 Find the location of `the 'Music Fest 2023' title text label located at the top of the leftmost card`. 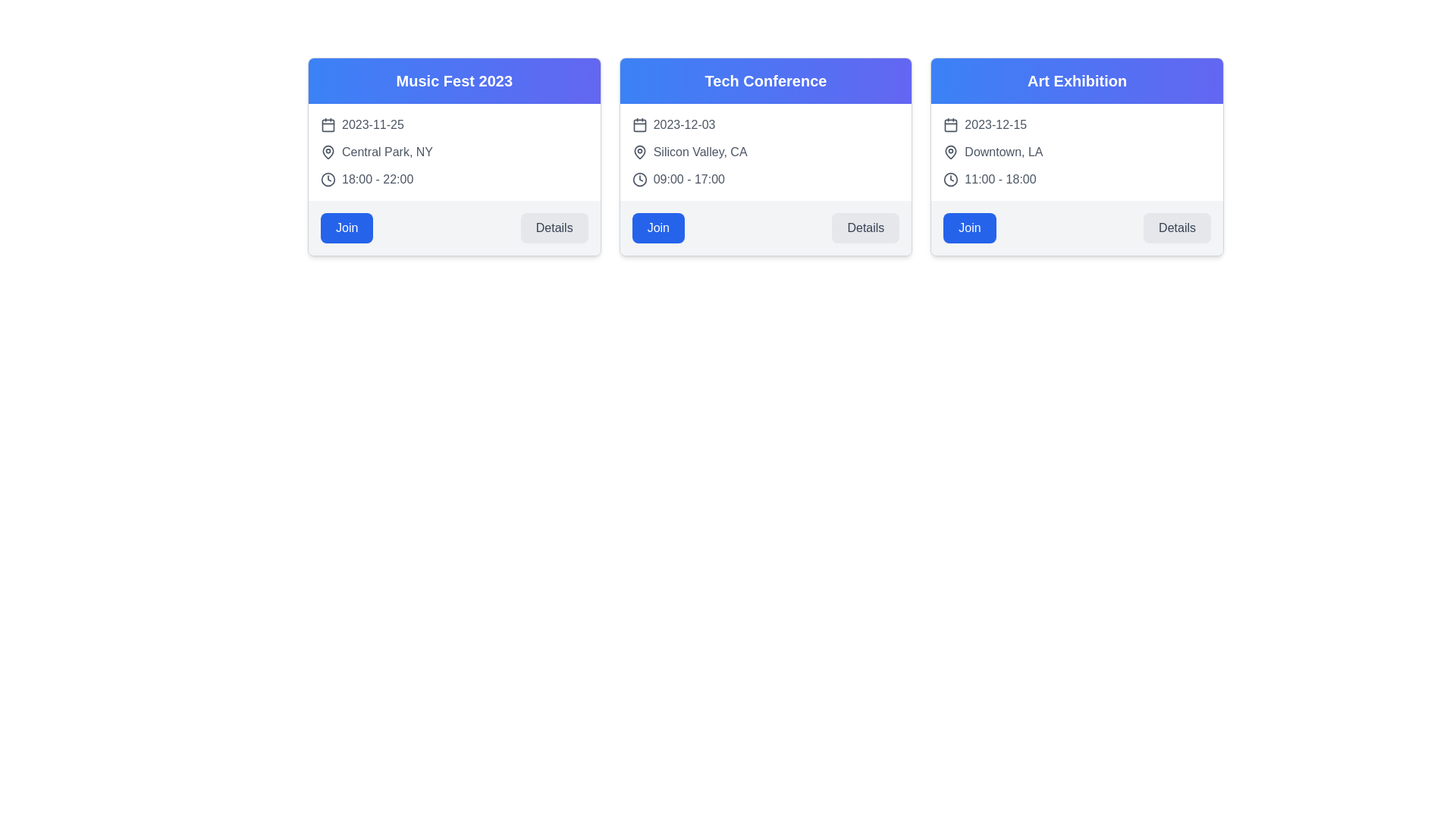

the 'Music Fest 2023' title text label located at the top of the leftmost card is located at coordinates (453, 81).